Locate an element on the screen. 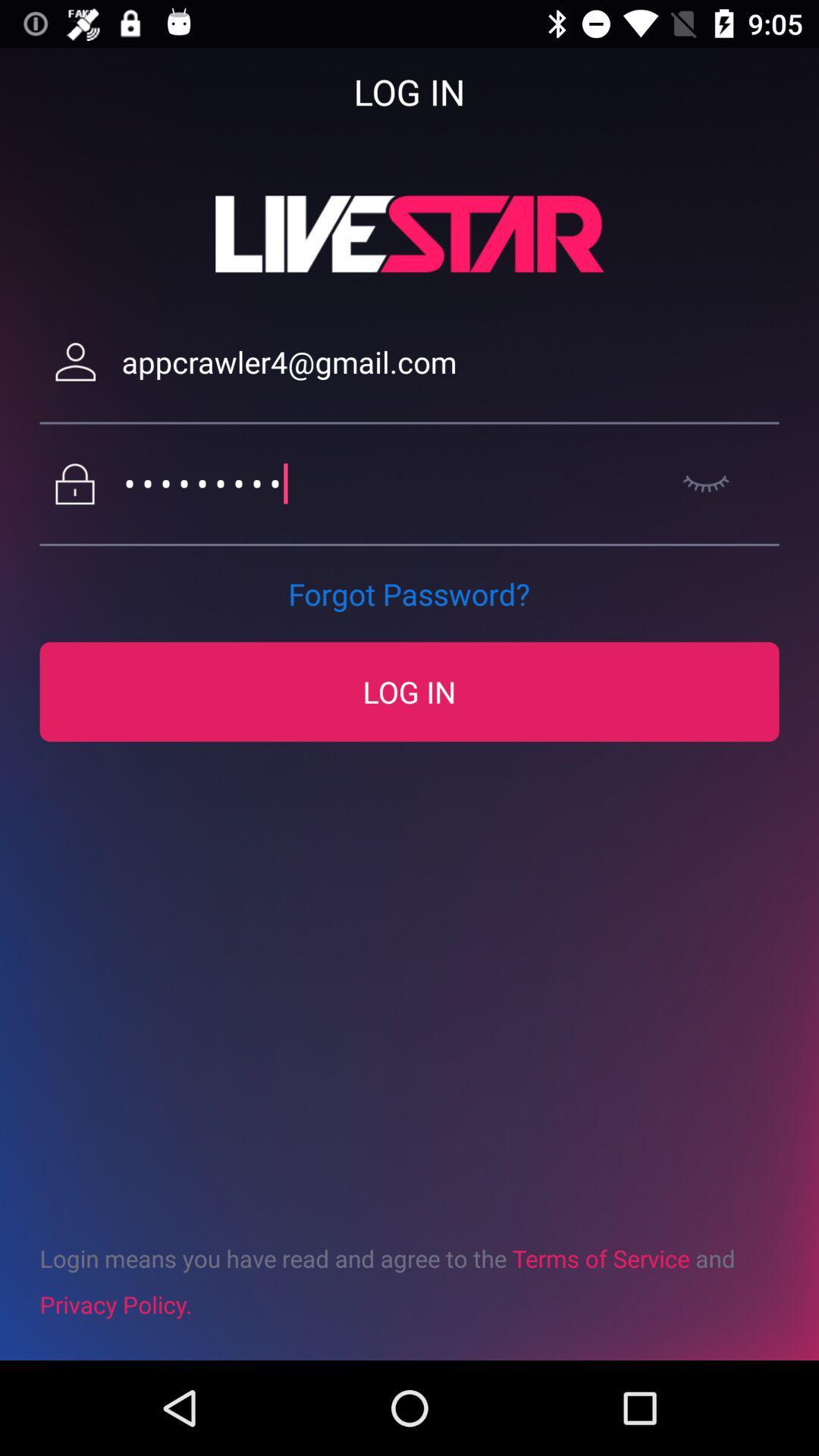 The width and height of the screenshot is (819, 1456). login means you item is located at coordinates (409, 1280).